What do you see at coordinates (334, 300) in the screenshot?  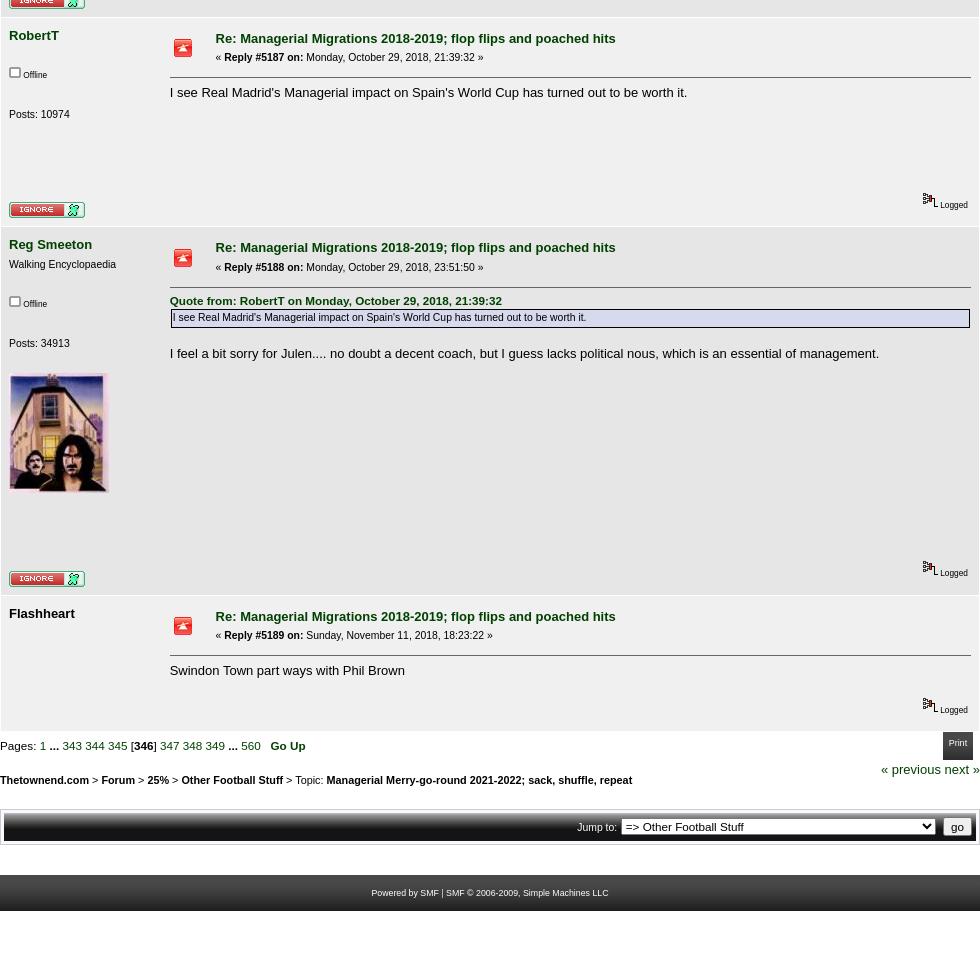 I see `'Quote from: RobertT on Monday, October 29, 2018, 21:39:32'` at bounding box center [334, 300].